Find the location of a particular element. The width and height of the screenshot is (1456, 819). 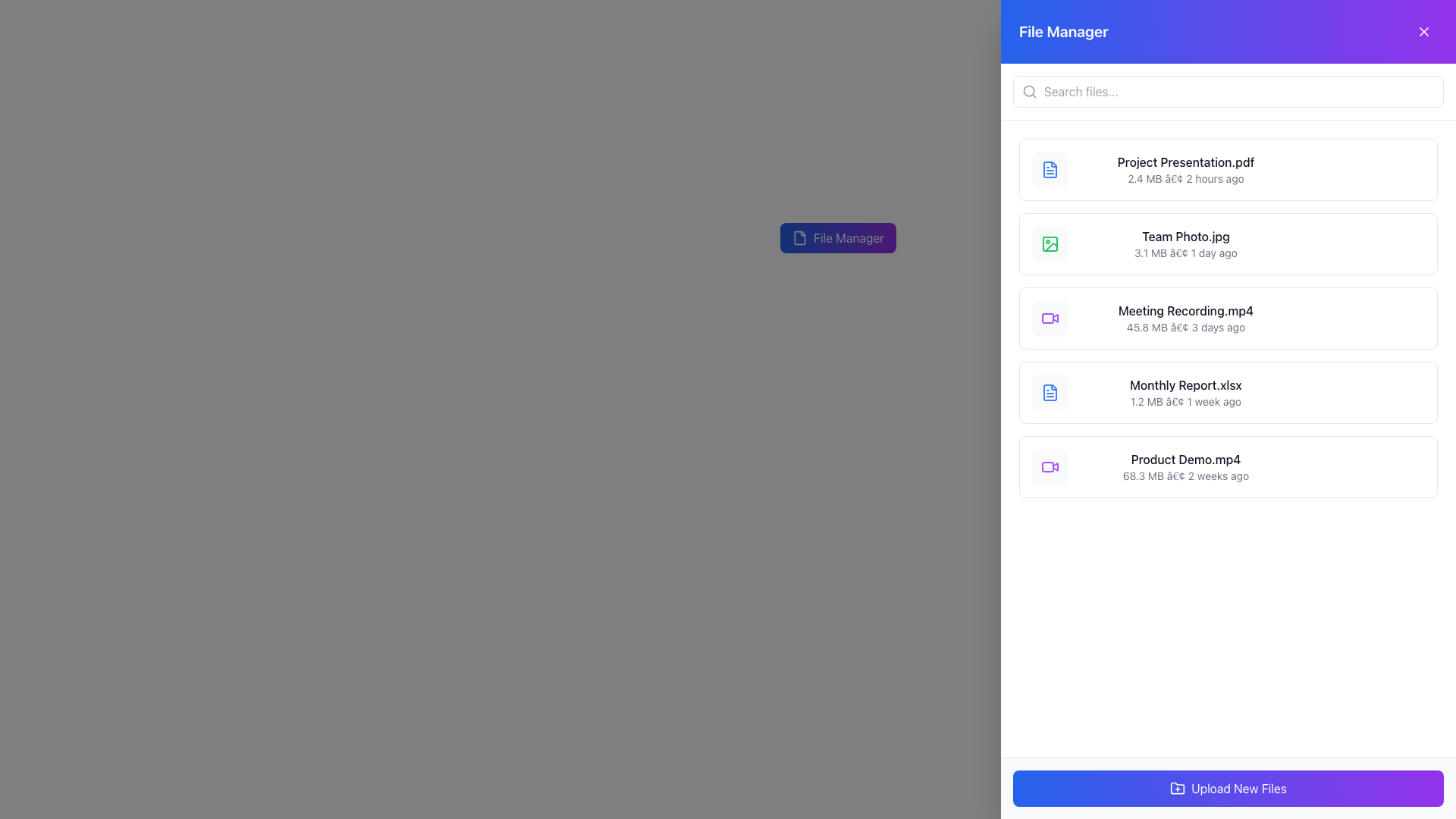

displayed information from the text label that provides file size and last modified time for 'Team Photo.jpg' located below the primary file name in the File Manager interface is located at coordinates (1185, 253).